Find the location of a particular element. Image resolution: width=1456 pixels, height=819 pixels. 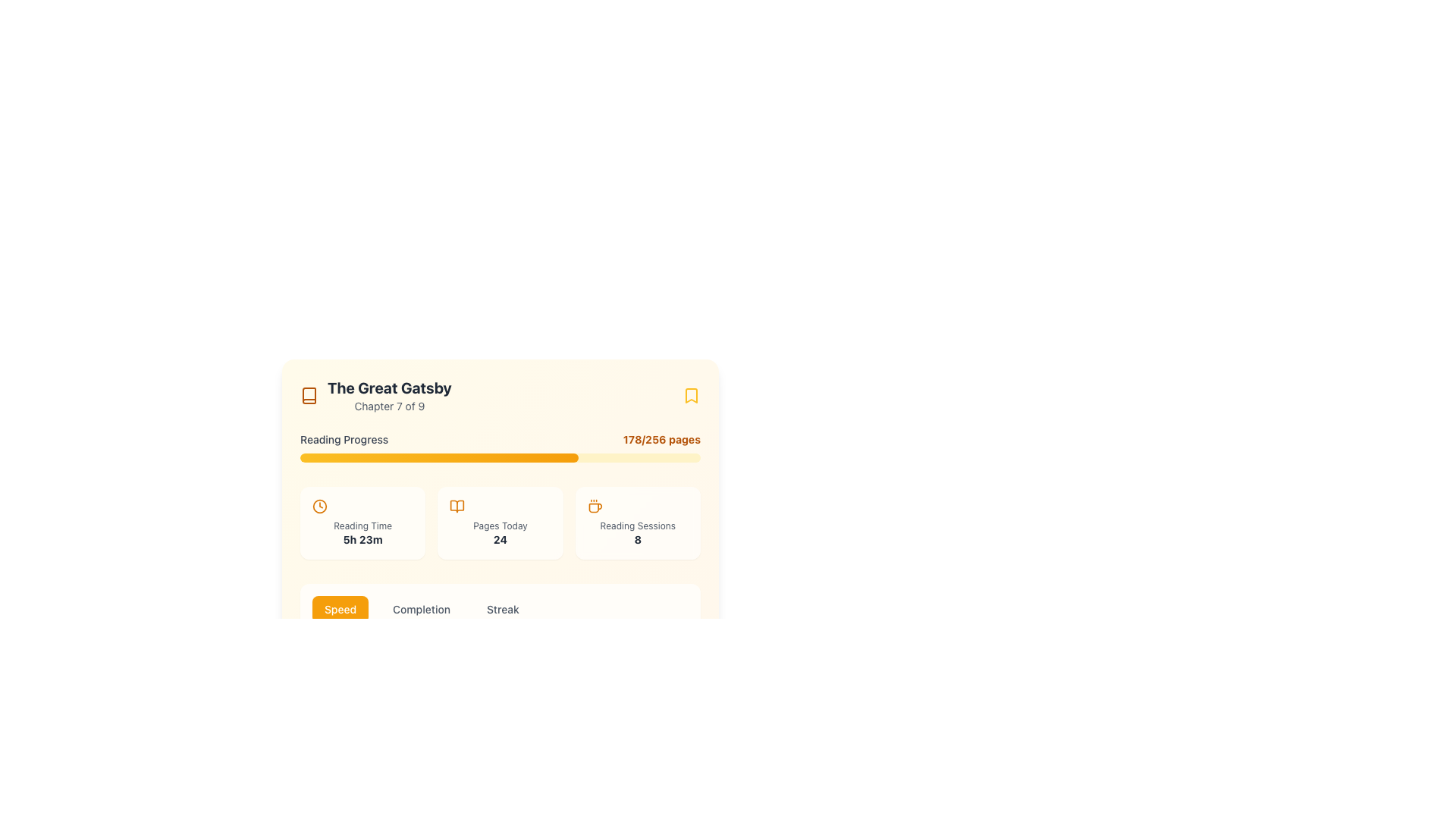

the yellow bookmark icon located at the top-right corner of the interface is located at coordinates (691, 394).